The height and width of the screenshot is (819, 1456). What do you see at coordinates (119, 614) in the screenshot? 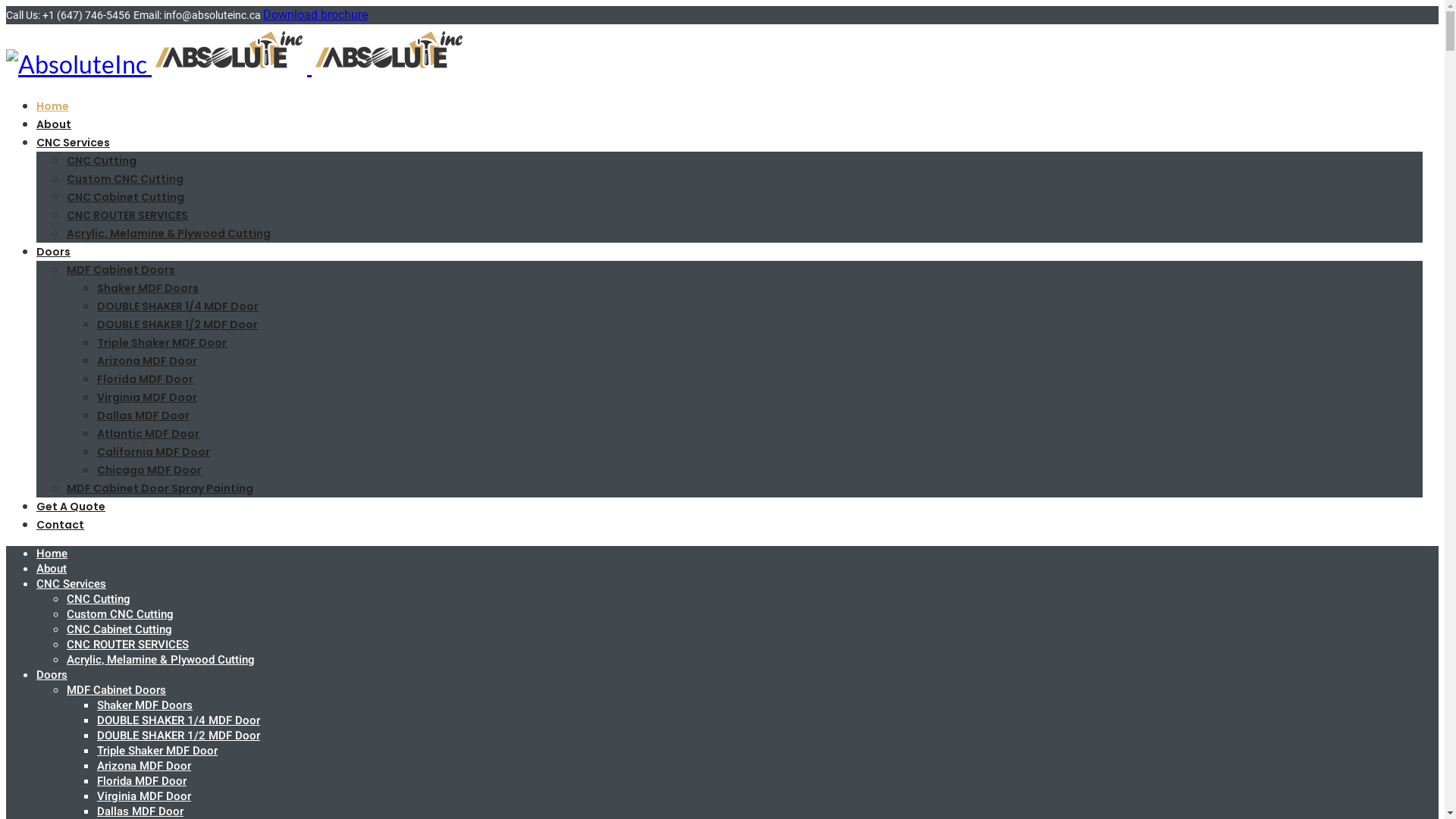
I see `'Custom CNC Cutting'` at bounding box center [119, 614].